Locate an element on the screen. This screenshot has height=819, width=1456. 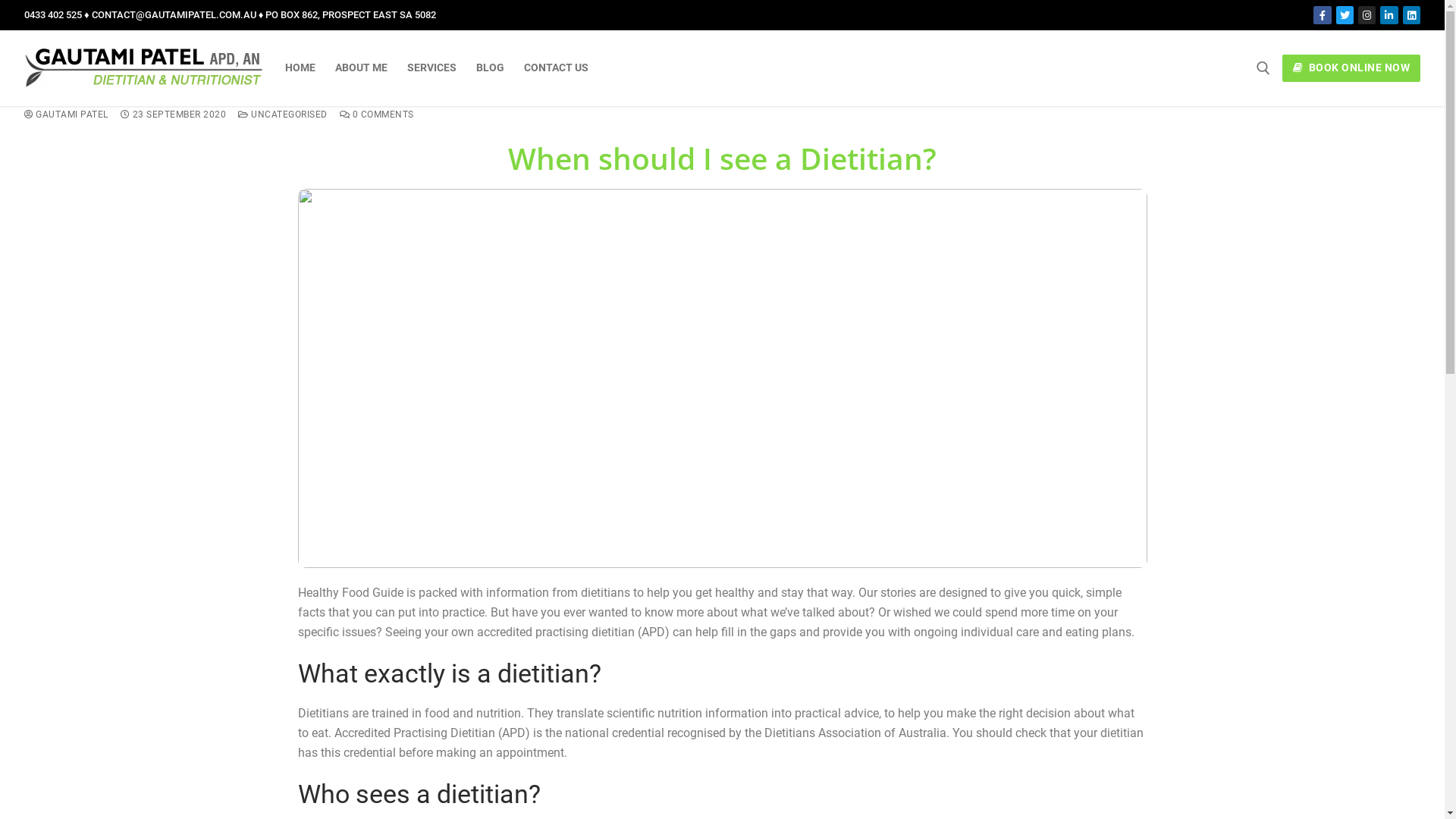
'ABOUT ME' is located at coordinates (360, 67).